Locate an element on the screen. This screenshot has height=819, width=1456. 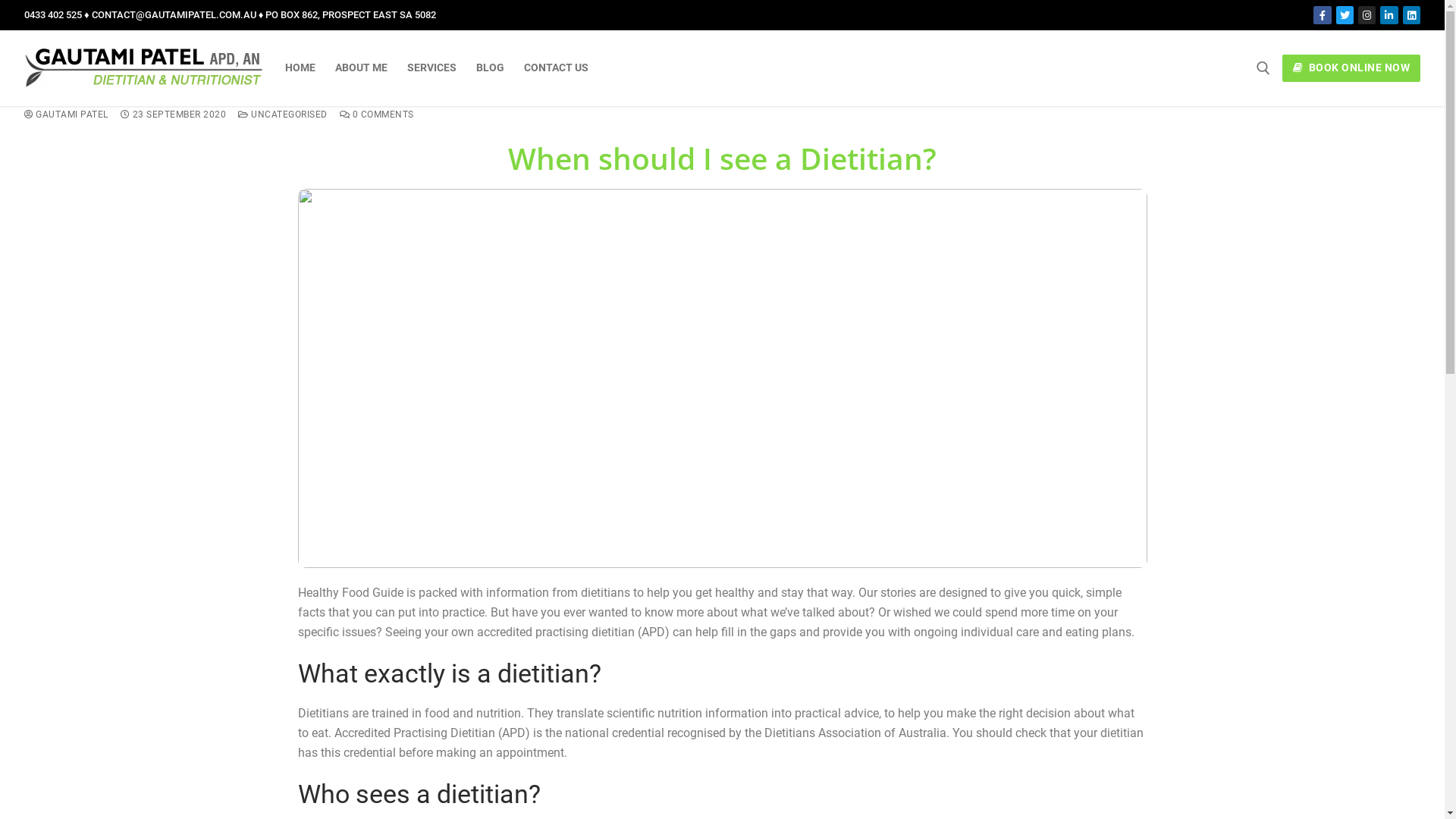
'ABOUT ME' is located at coordinates (360, 67).